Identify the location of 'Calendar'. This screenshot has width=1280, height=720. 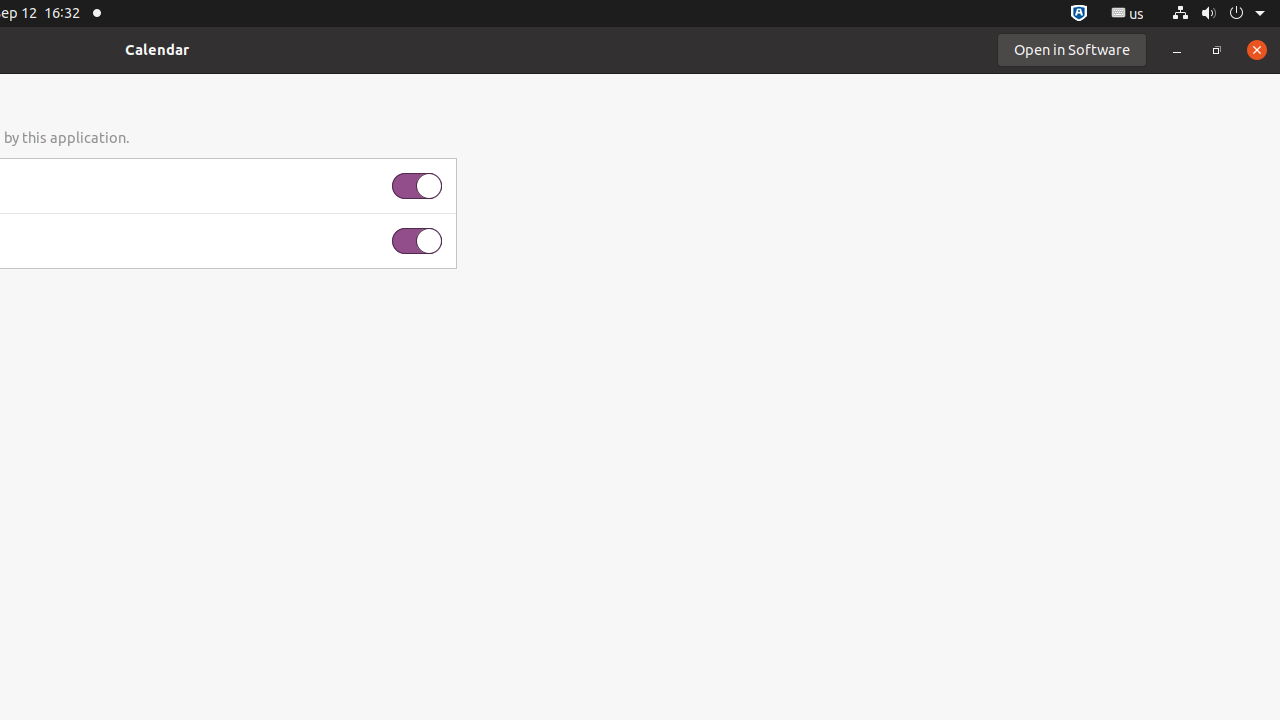
(156, 48).